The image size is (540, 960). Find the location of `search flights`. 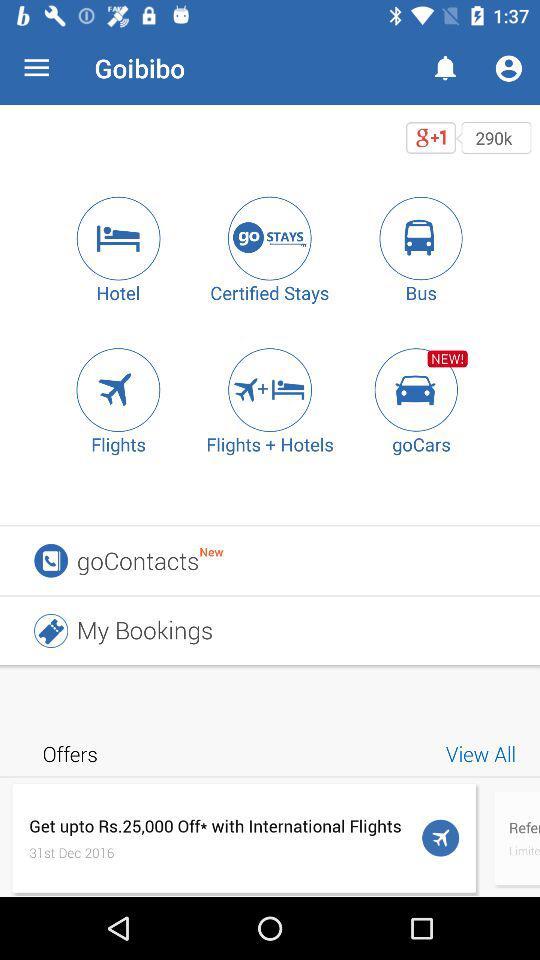

search flights is located at coordinates (118, 388).